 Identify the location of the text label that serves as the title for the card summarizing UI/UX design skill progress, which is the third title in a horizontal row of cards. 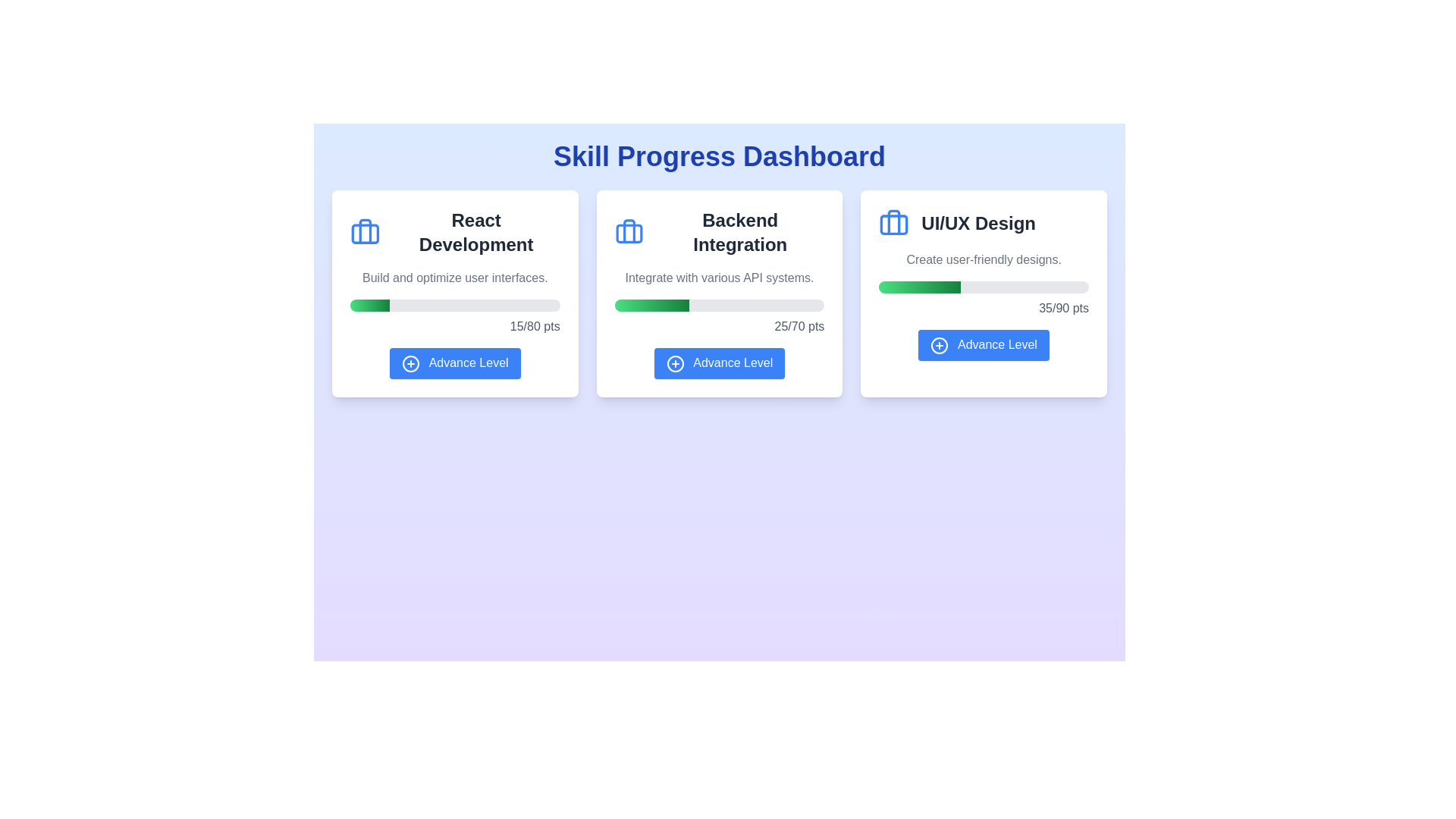
(978, 223).